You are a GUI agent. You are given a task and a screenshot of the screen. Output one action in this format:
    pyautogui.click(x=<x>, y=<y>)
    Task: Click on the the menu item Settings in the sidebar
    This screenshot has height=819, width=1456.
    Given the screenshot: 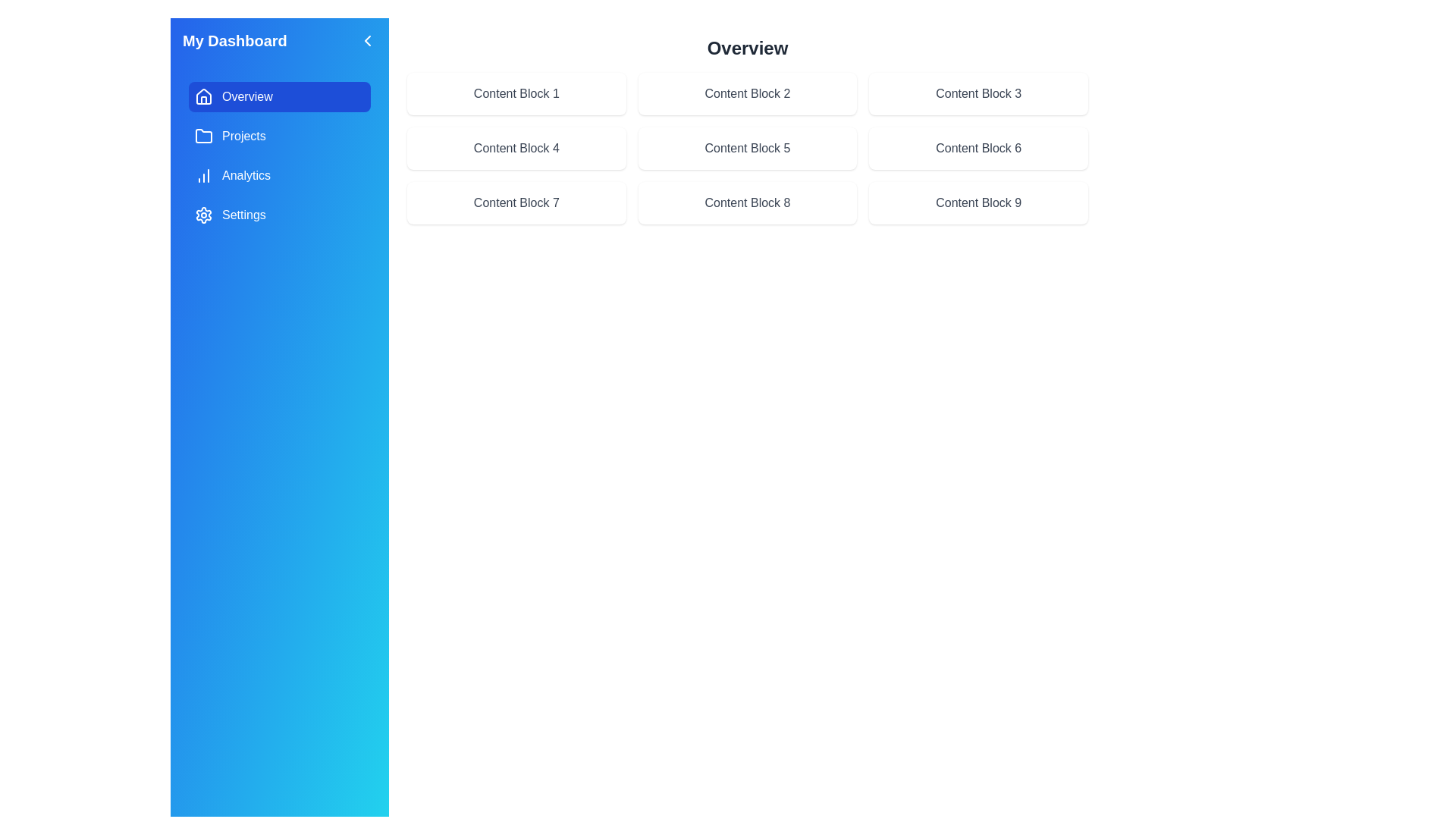 What is the action you would take?
    pyautogui.click(x=280, y=215)
    